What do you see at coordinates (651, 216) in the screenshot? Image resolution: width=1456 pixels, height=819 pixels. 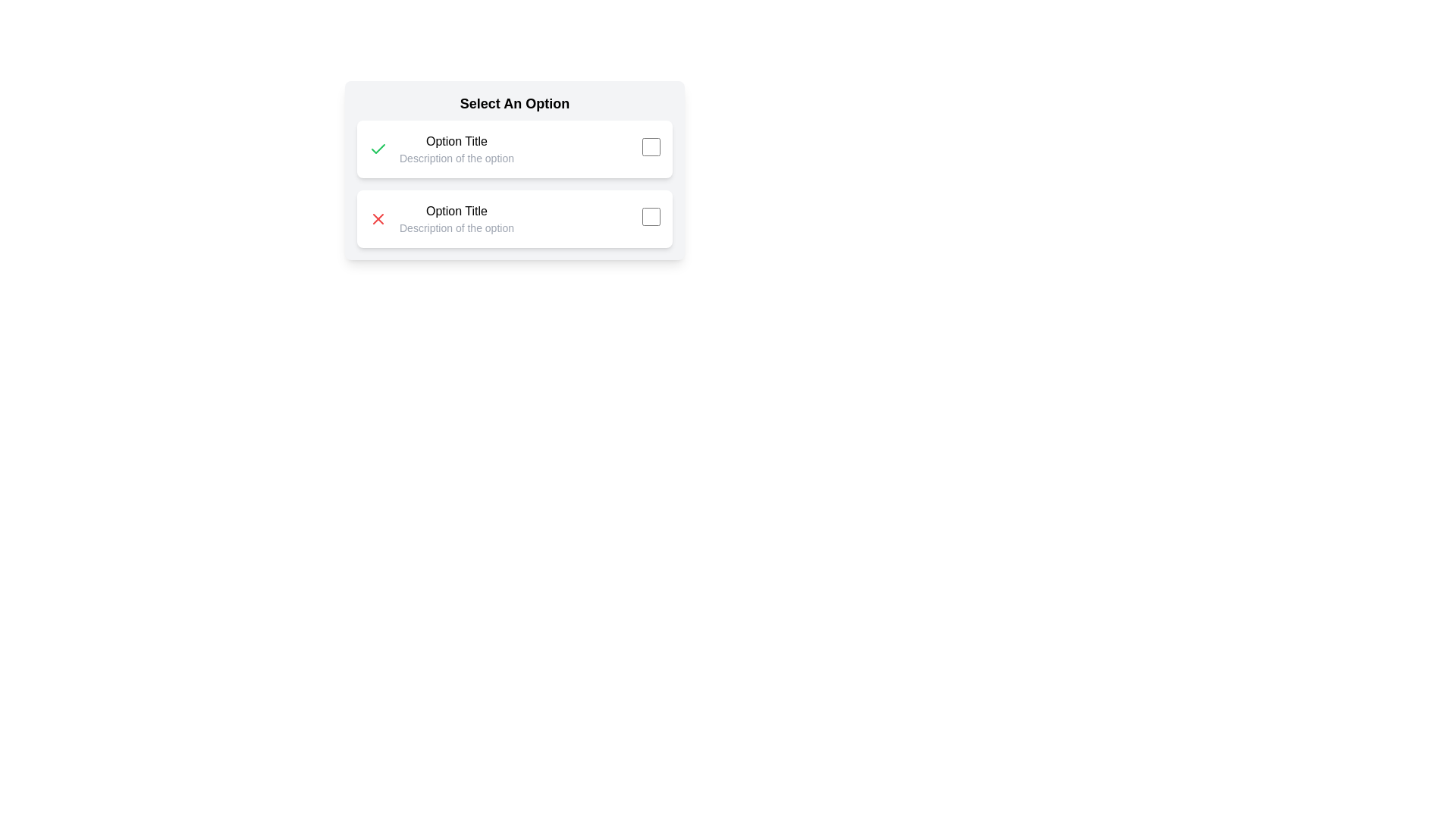 I see `the checkbox located in the second option row of the list, near the end` at bounding box center [651, 216].